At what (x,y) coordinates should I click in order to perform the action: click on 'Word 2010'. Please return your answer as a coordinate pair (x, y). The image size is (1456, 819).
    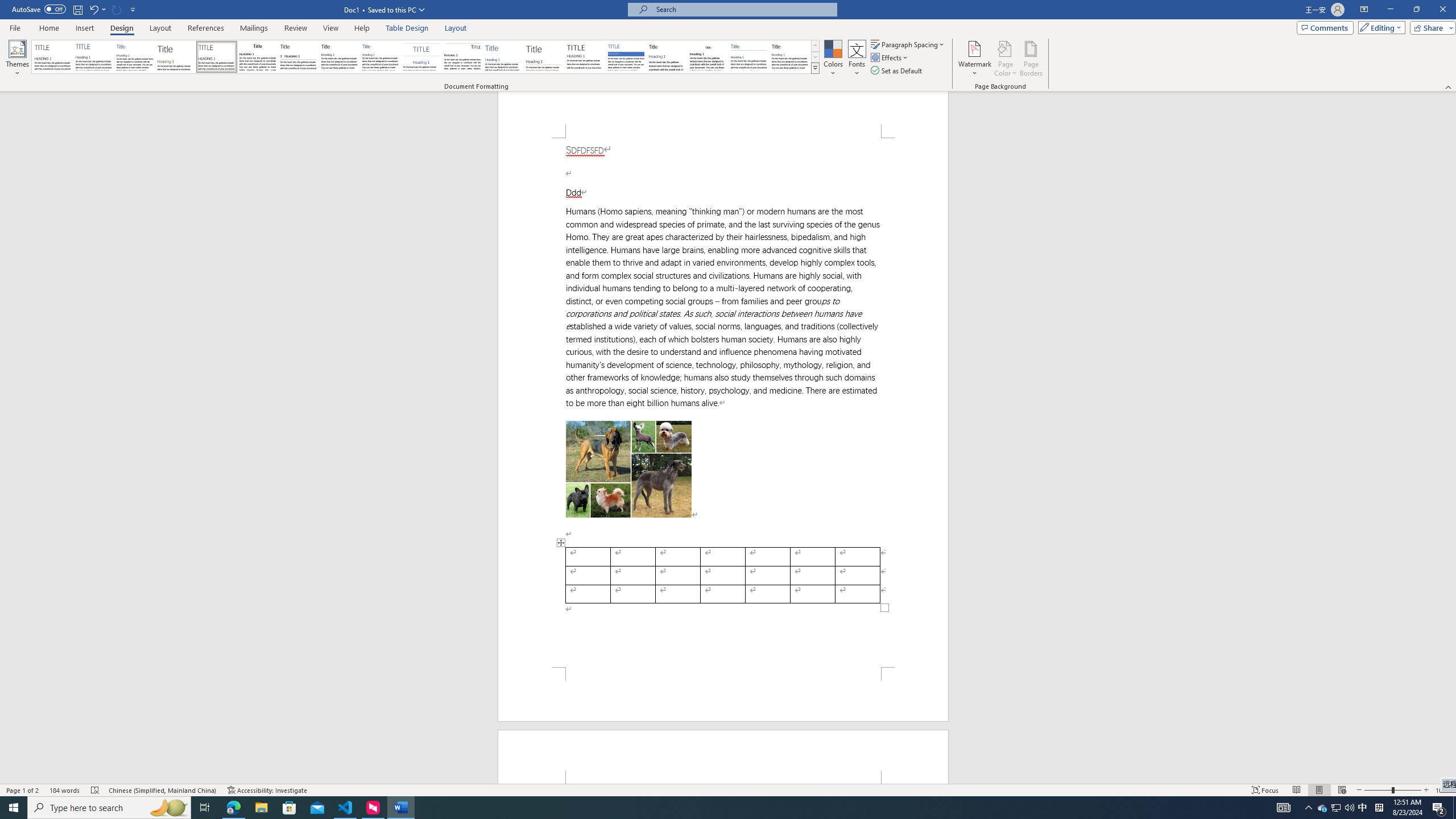
    Looking at the image, I should click on (748, 56).